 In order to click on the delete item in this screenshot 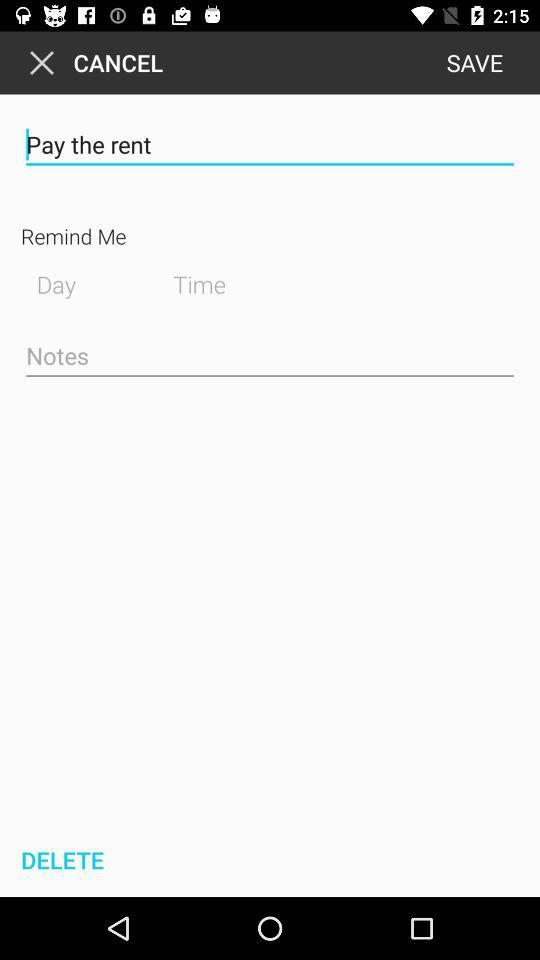, I will do `click(59, 859)`.